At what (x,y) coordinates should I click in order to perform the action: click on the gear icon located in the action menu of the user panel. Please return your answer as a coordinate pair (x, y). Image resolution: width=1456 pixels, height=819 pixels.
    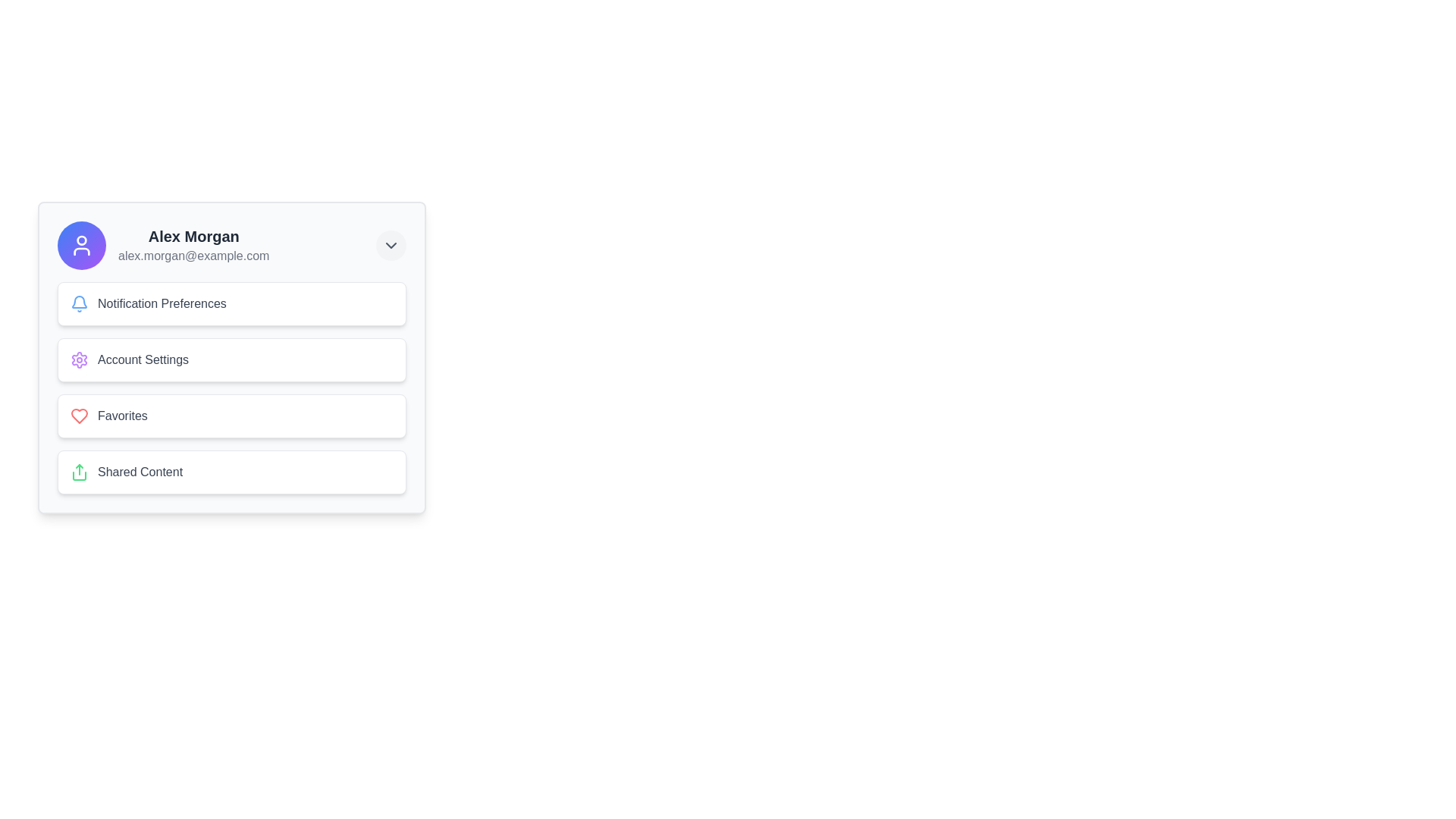
    Looking at the image, I should click on (79, 359).